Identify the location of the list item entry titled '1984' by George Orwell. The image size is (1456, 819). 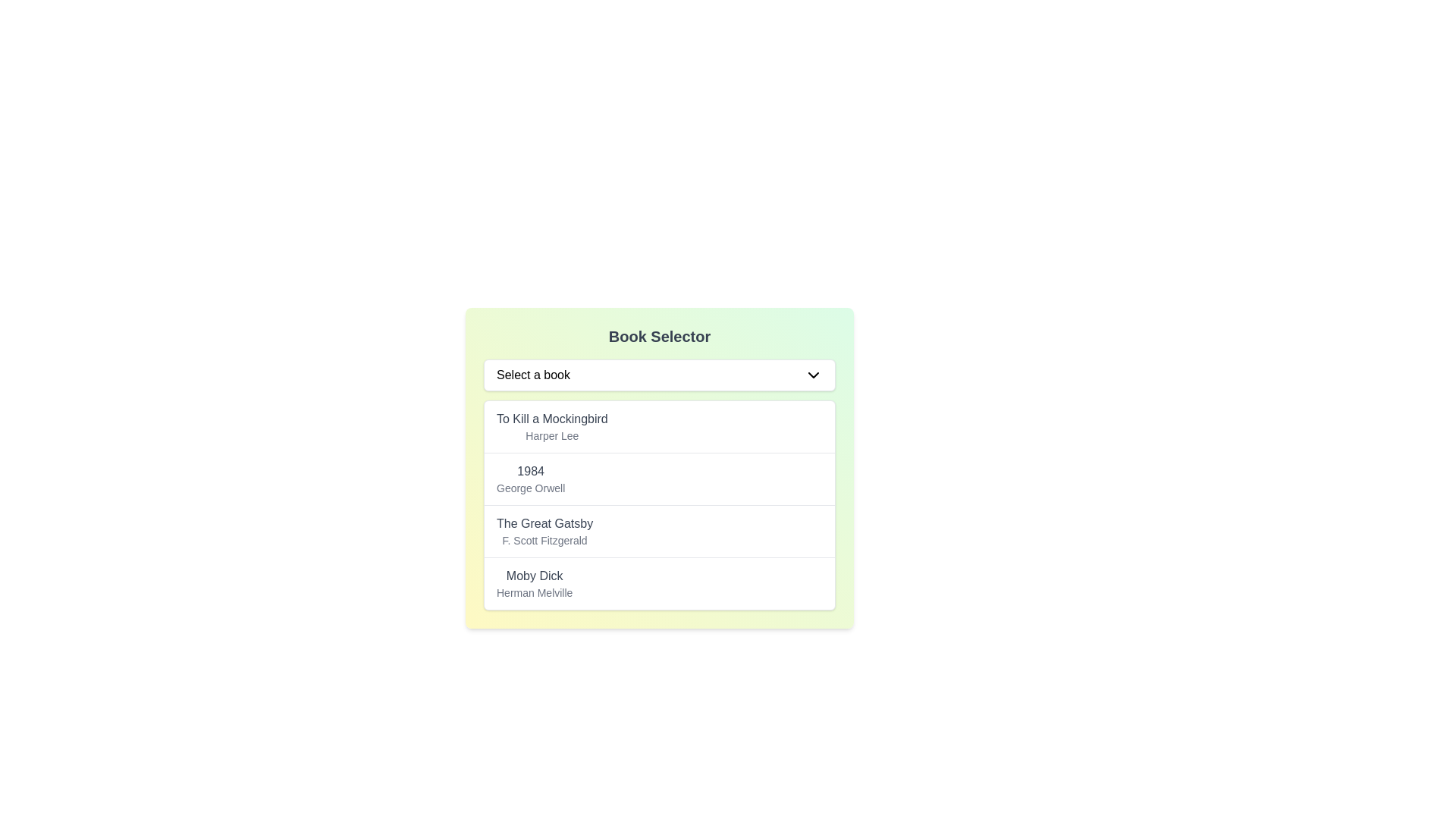
(531, 479).